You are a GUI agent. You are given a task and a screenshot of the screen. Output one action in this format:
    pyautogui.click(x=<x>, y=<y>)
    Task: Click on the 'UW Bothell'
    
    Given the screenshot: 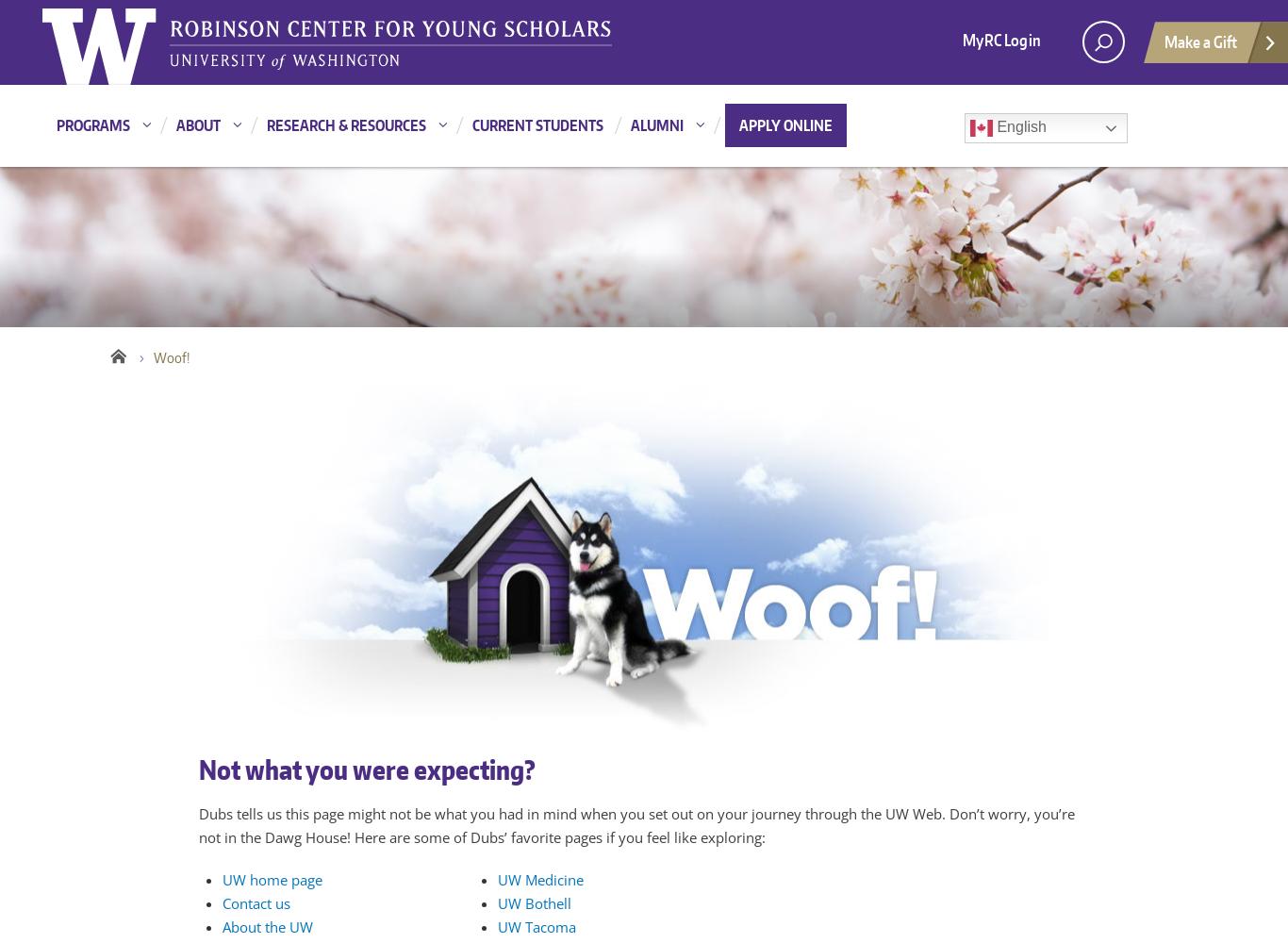 What is the action you would take?
    pyautogui.click(x=497, y=902)
    